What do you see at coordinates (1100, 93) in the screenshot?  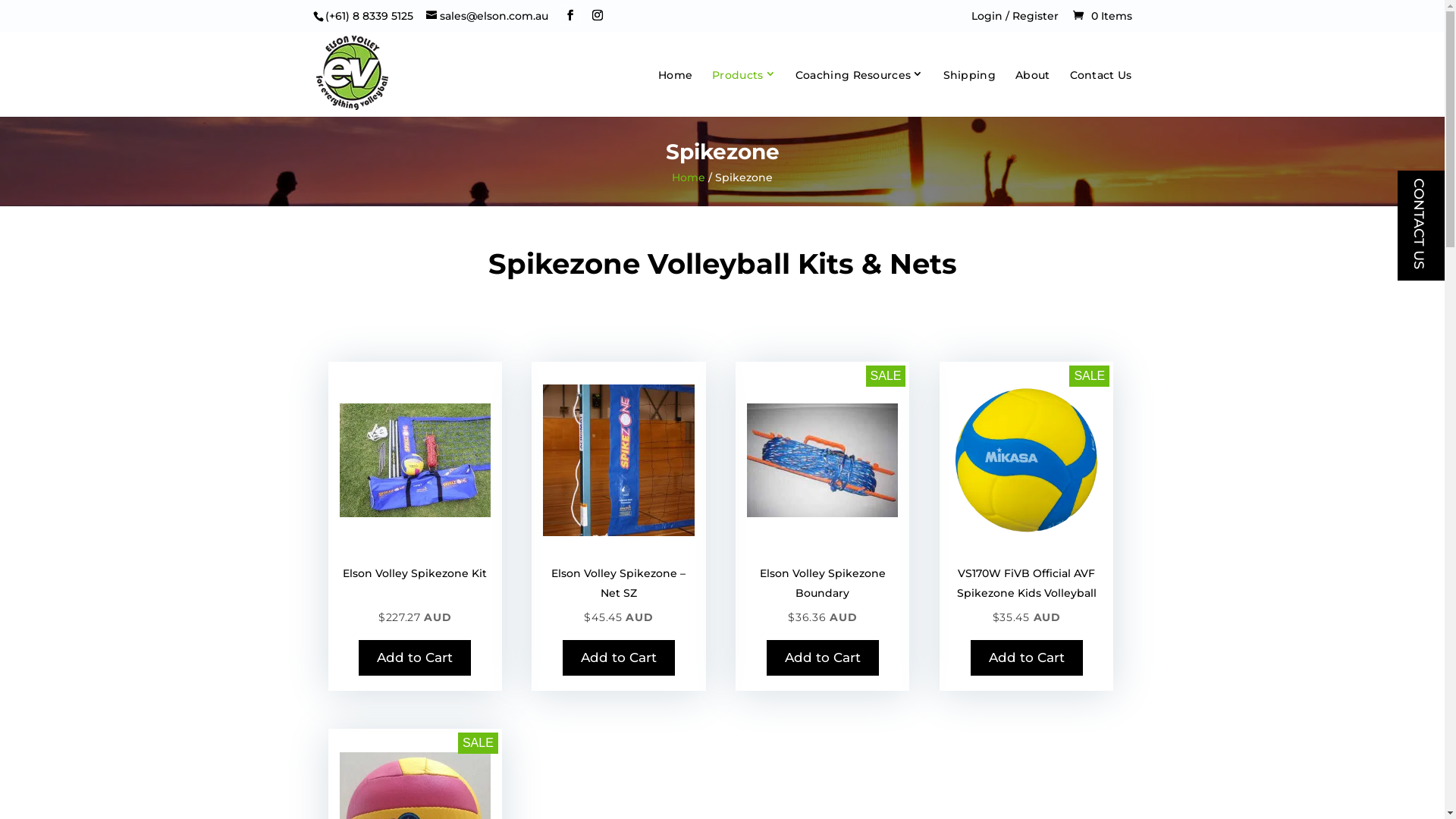 I see `'Contact Us'` at bounding box center [1100, 93].